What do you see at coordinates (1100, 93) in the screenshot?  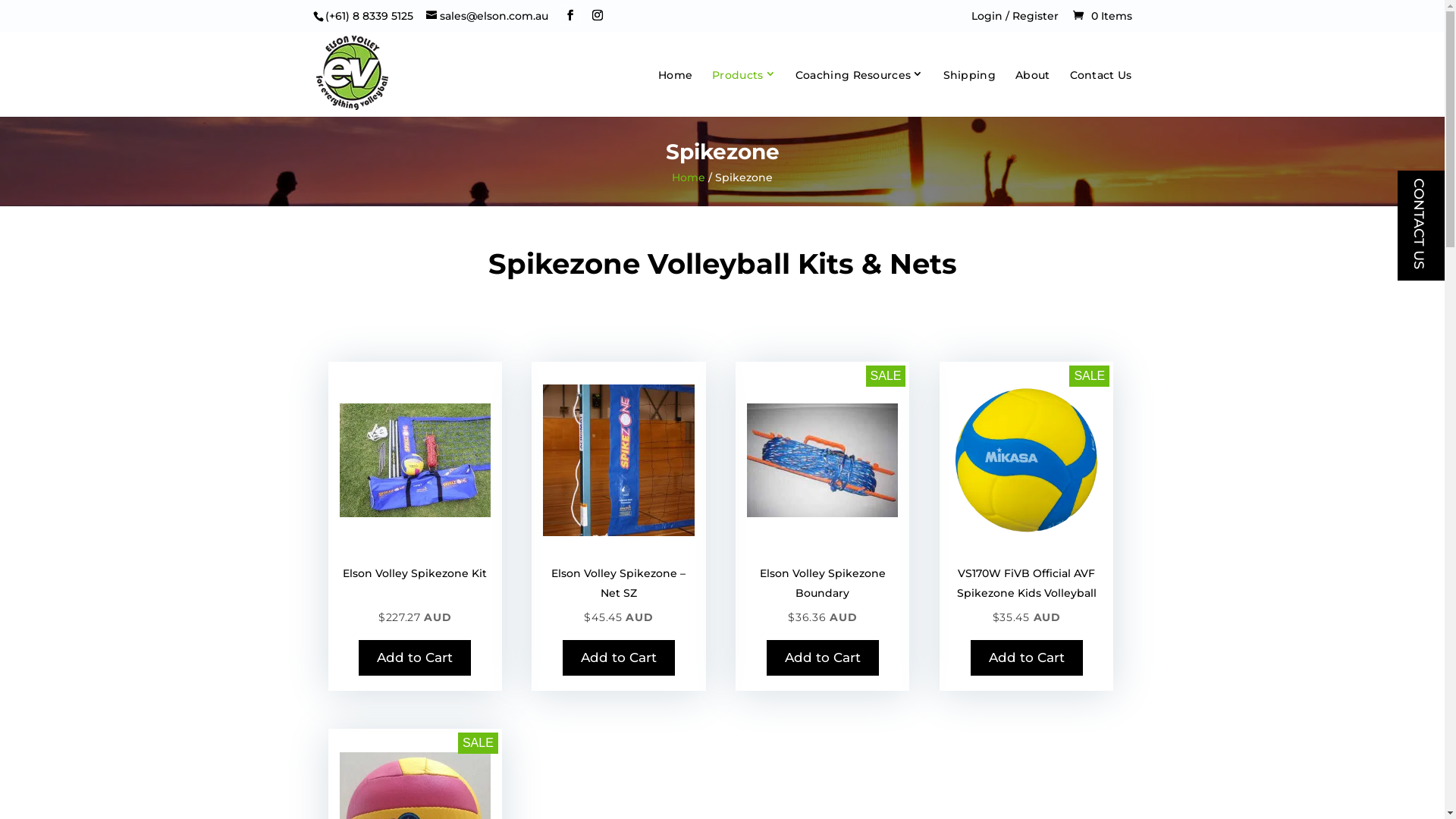 I see `'Contact Us'` at bounding box center [1100, 93].